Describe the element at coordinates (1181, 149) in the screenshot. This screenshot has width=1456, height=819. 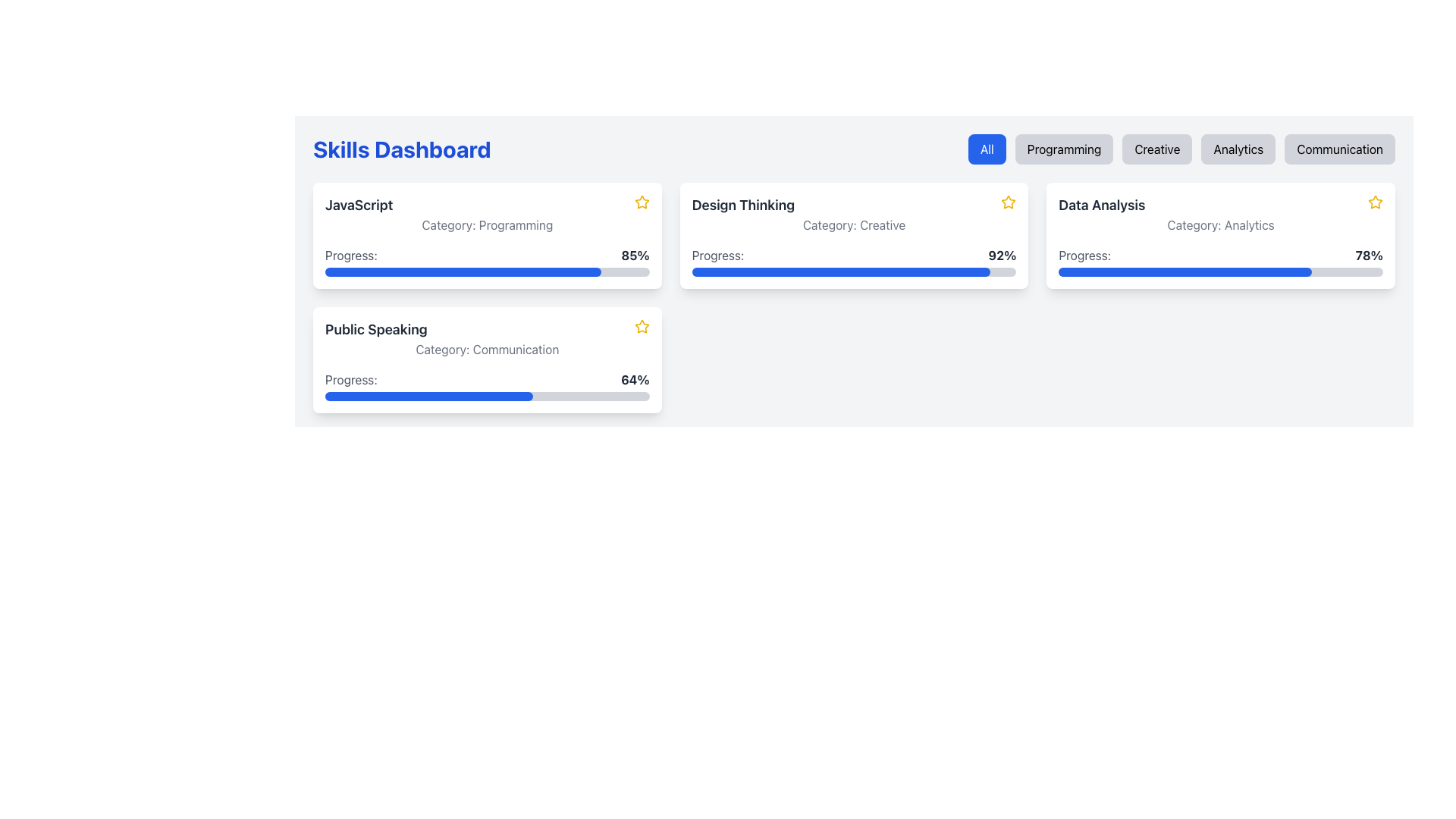
I see `the 'Creative' filter button in the dashboard interface to possibly reveal additional styling changes` at that location.